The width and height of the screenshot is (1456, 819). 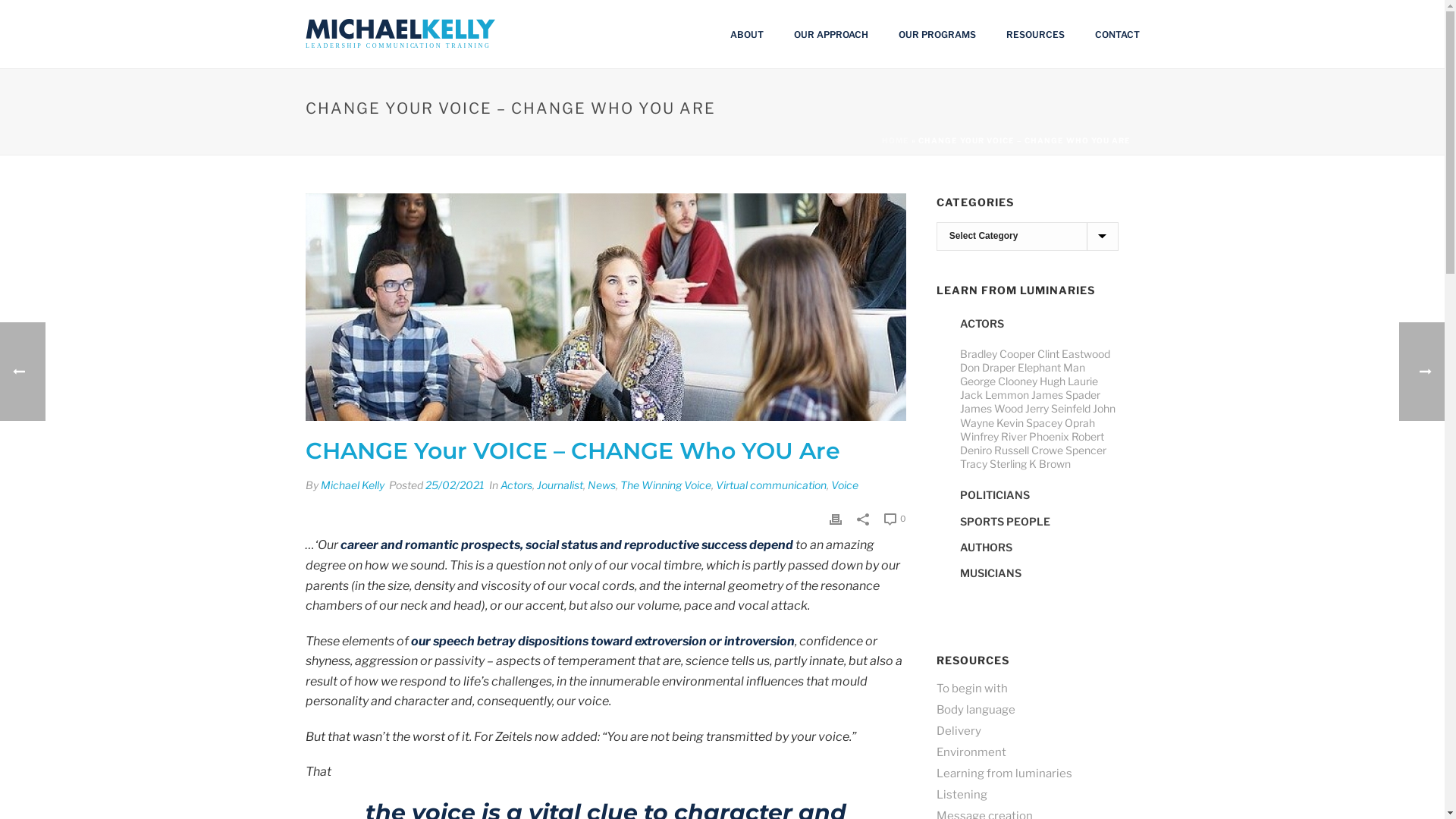 I want to click on 'RESOURCES', so click(x=990, y=34).